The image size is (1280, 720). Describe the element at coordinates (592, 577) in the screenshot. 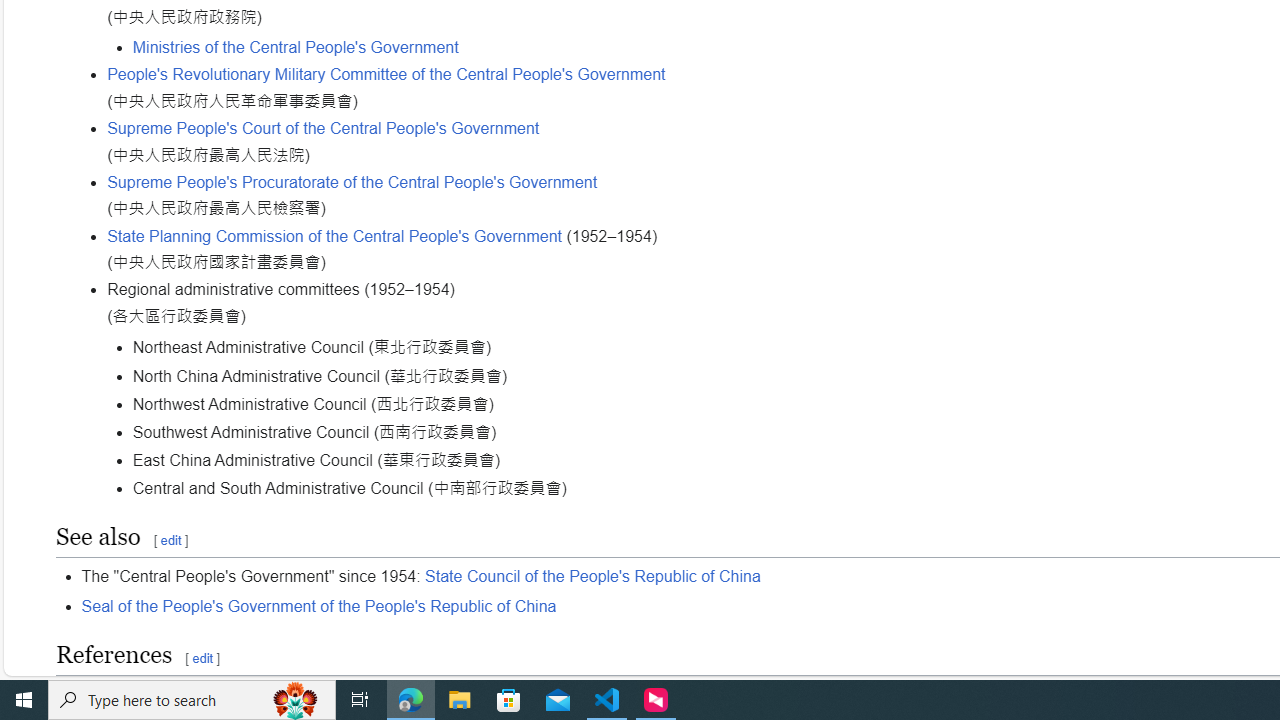

I see `'State Council of the People'` at that location.